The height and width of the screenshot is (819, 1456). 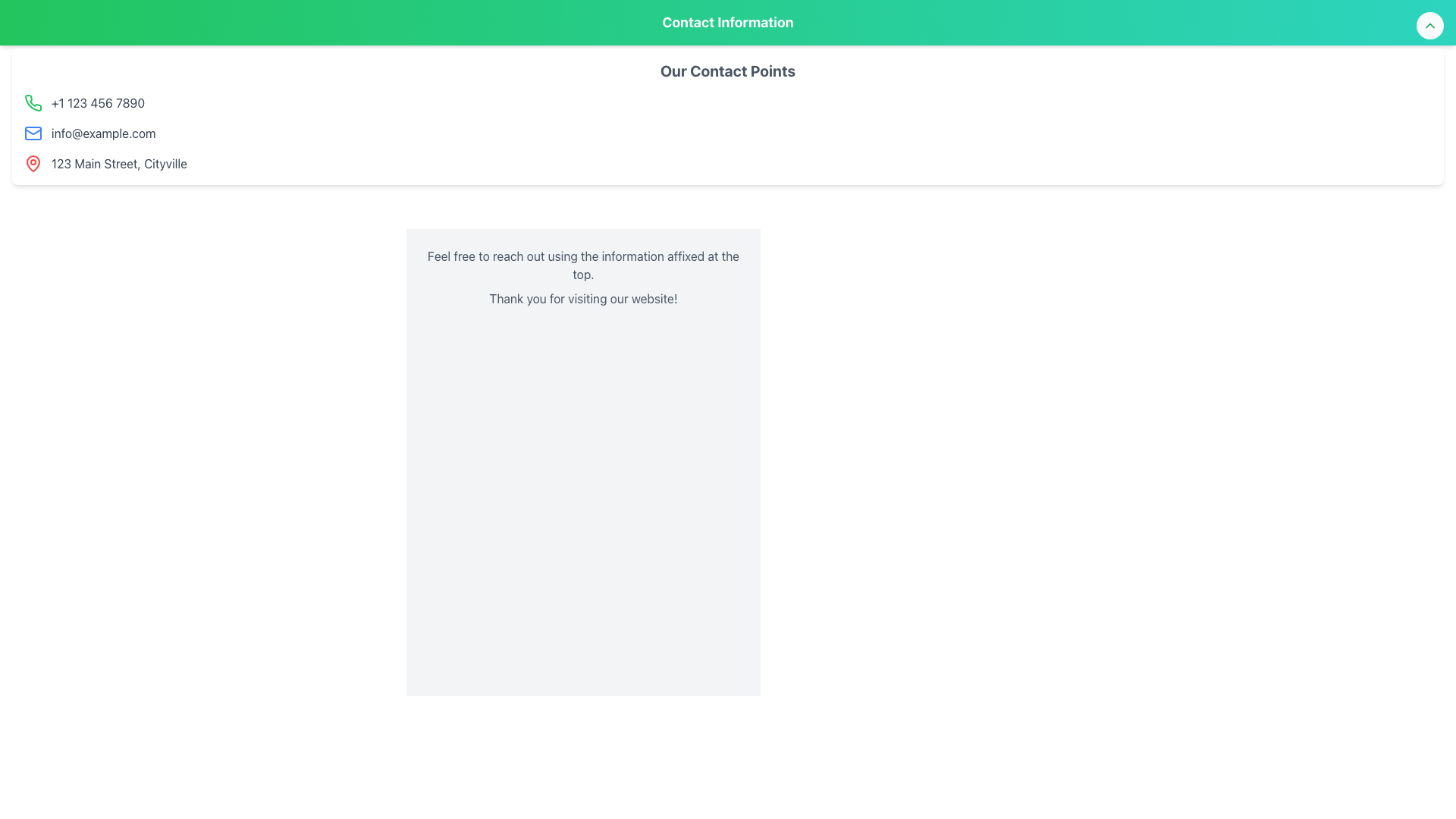 What do you see at coordinates (728, 23) in the screenshot?
I see `the 'Contact Information' text label, which is prominently displayed in bold and large font within the green header bar at the top of the interface` at bounding box center [728, 23].